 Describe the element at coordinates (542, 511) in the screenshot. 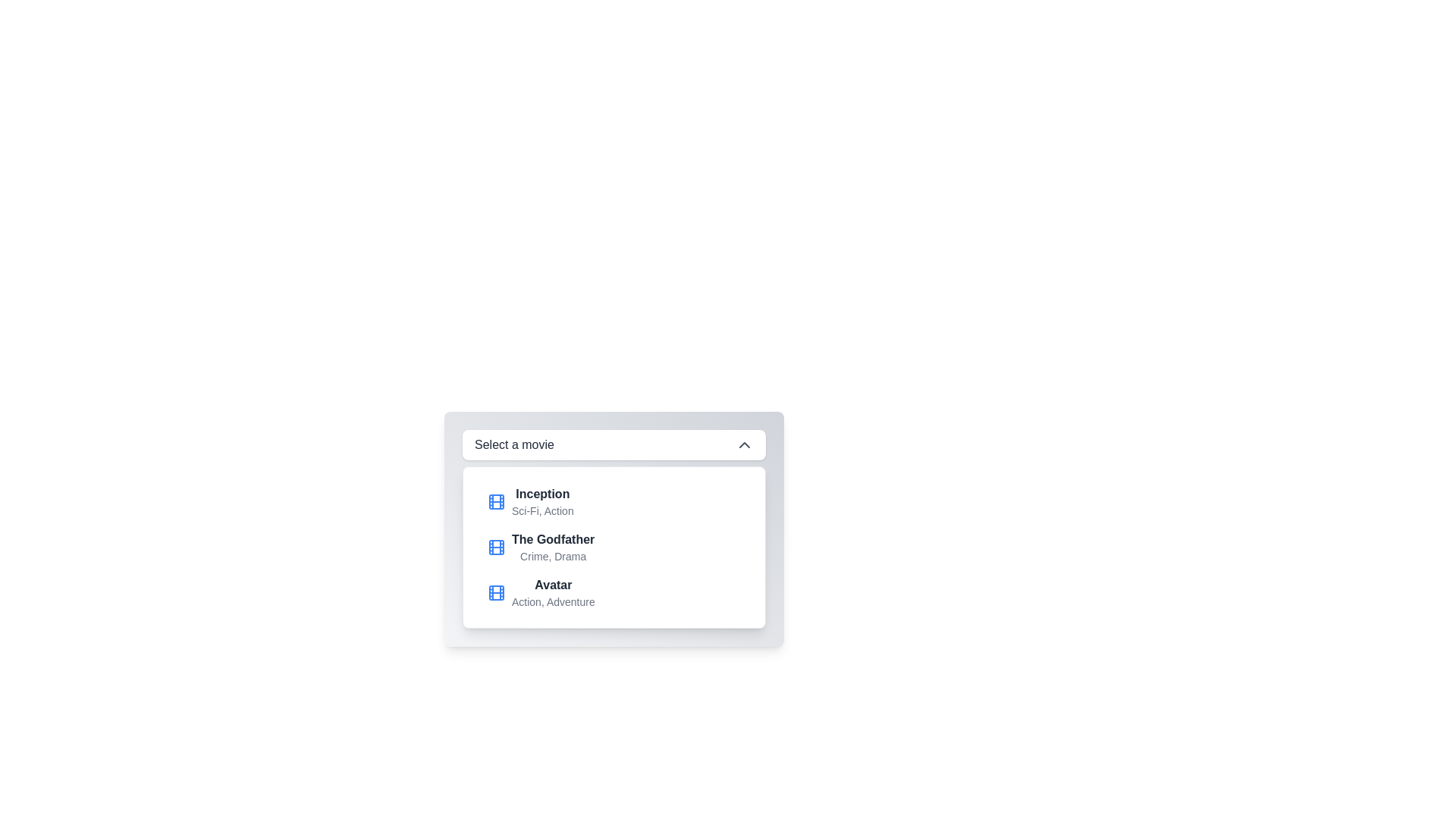

I see `the text label containing 'Sci-Fi, Action' which is located under the movie title 'Inception' in the dropdown menu` at that location.